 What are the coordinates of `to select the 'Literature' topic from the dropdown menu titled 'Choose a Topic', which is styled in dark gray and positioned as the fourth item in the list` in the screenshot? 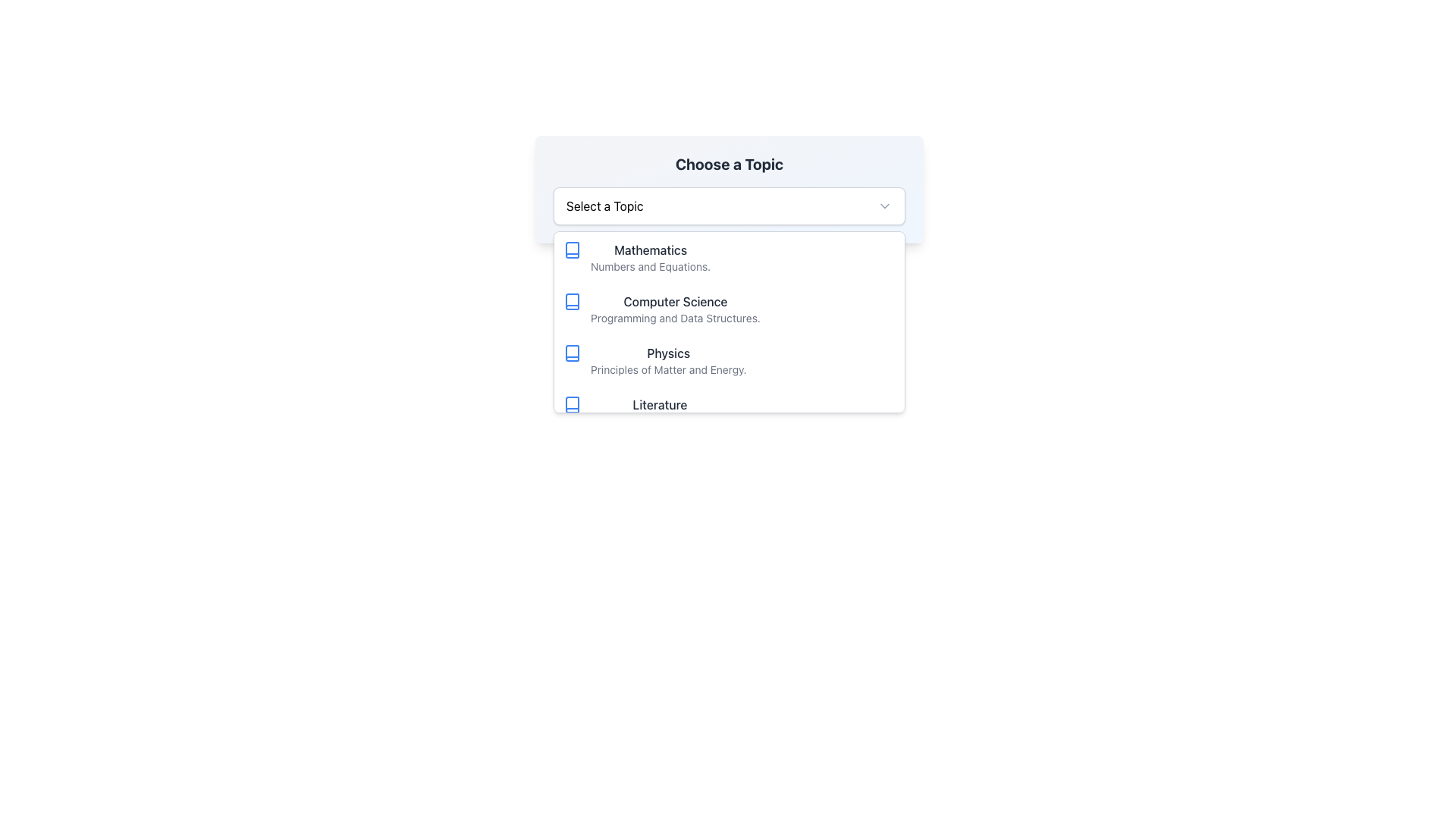 It's located at (660, 403).